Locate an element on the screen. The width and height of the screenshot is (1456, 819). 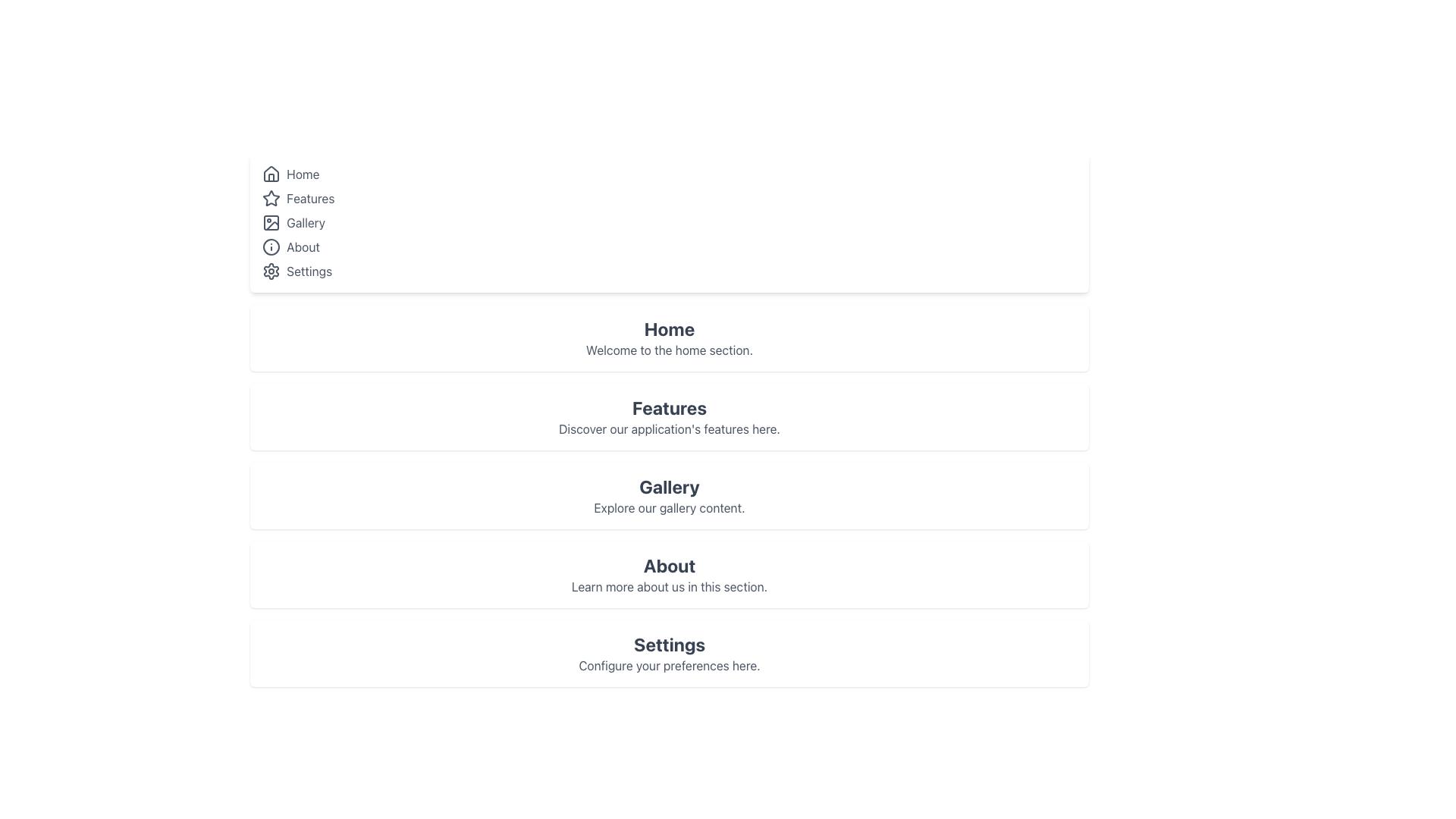
the Text Label element that says 'Learn more about us in this section.' which is styled in medium gray and located below the heading 'About' is located at coordinates (669, 586).